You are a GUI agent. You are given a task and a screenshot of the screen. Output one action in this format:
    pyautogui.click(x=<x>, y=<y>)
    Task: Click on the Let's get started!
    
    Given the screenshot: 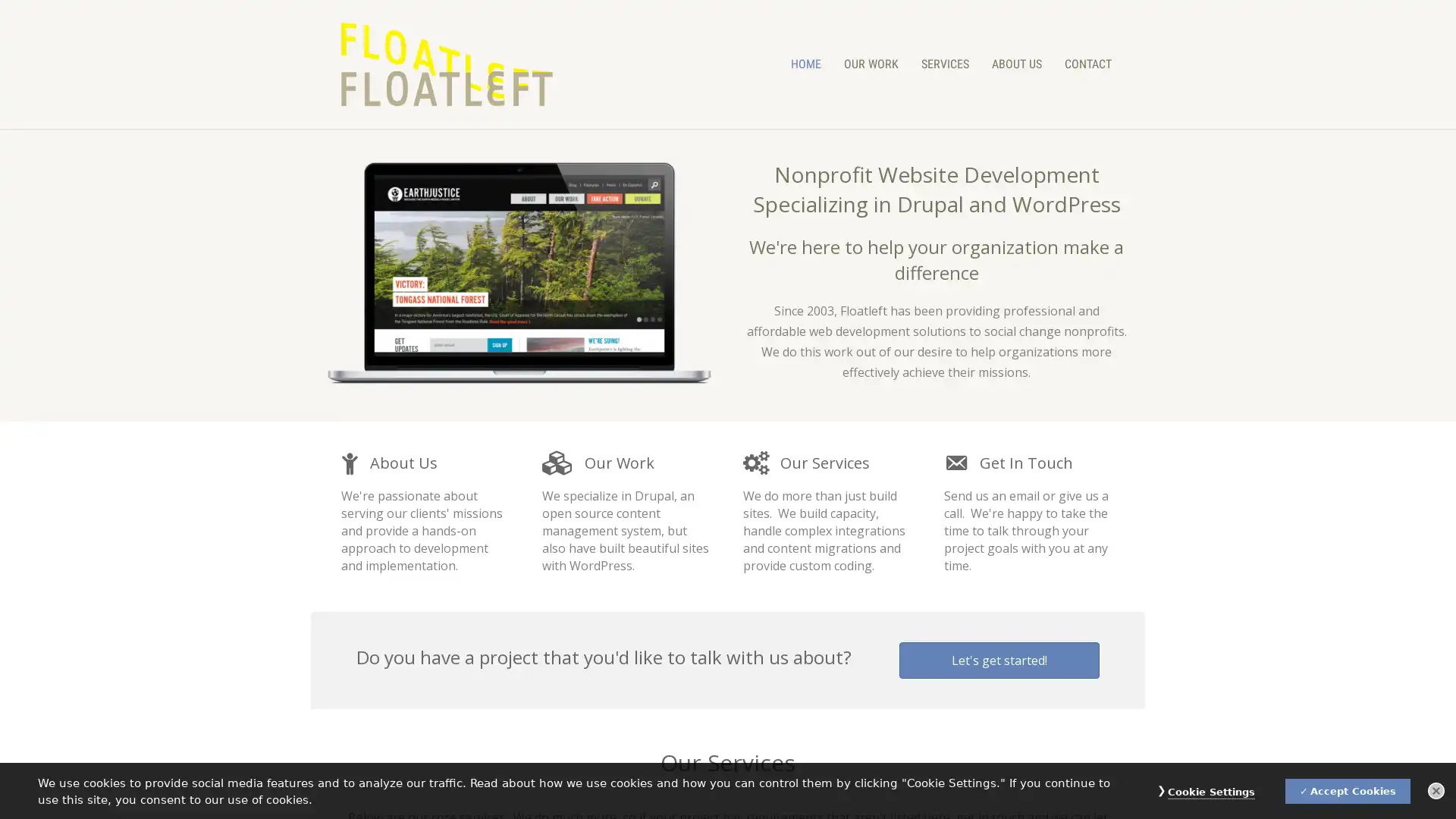 What is the action you would take?
    pyautogui.click(x=999, y=660)
    